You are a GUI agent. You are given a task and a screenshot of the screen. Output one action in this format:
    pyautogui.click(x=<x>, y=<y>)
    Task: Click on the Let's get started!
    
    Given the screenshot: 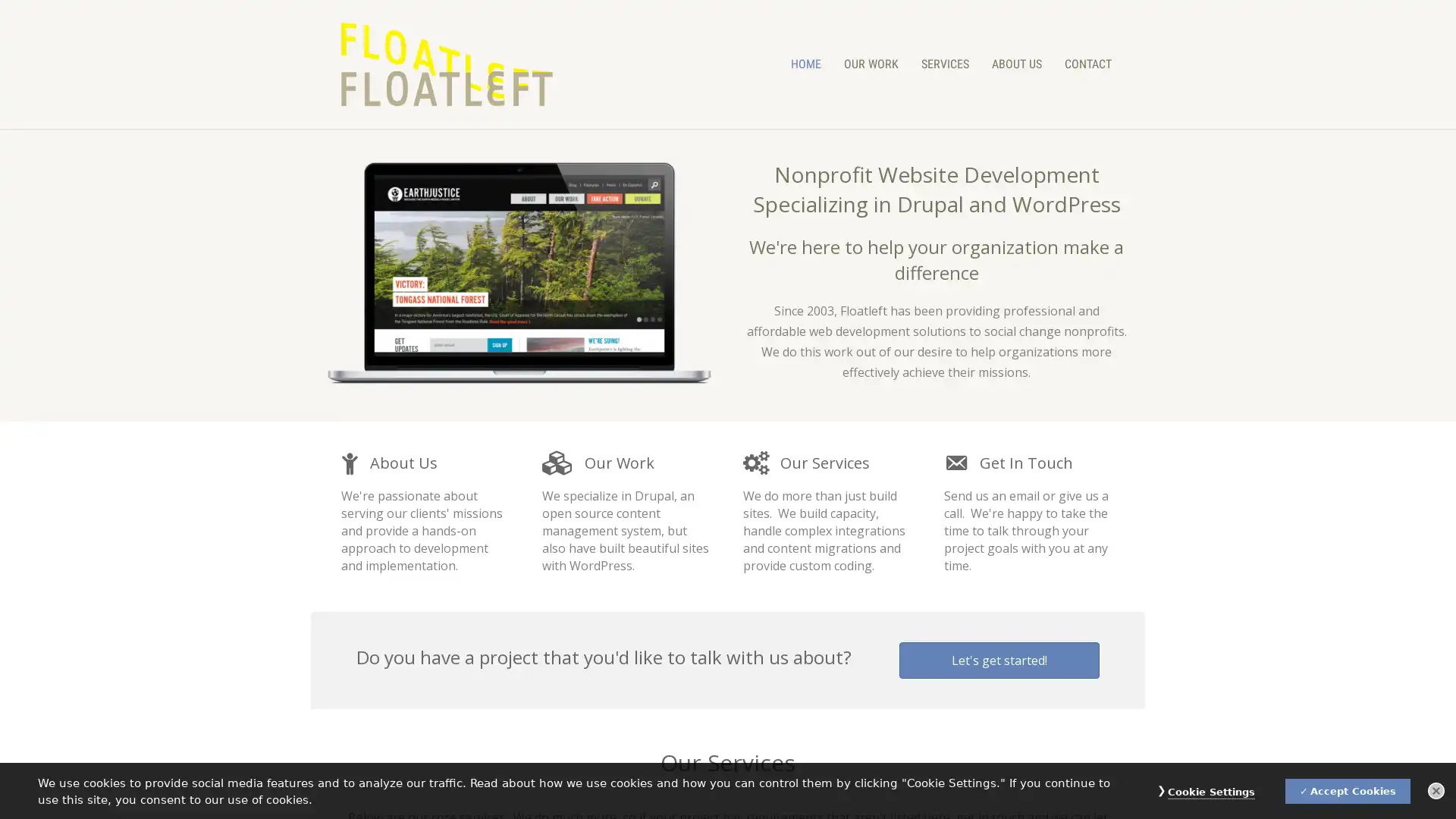 What is the action you would take?
    pyautogui.click(x=999, y=660)
    